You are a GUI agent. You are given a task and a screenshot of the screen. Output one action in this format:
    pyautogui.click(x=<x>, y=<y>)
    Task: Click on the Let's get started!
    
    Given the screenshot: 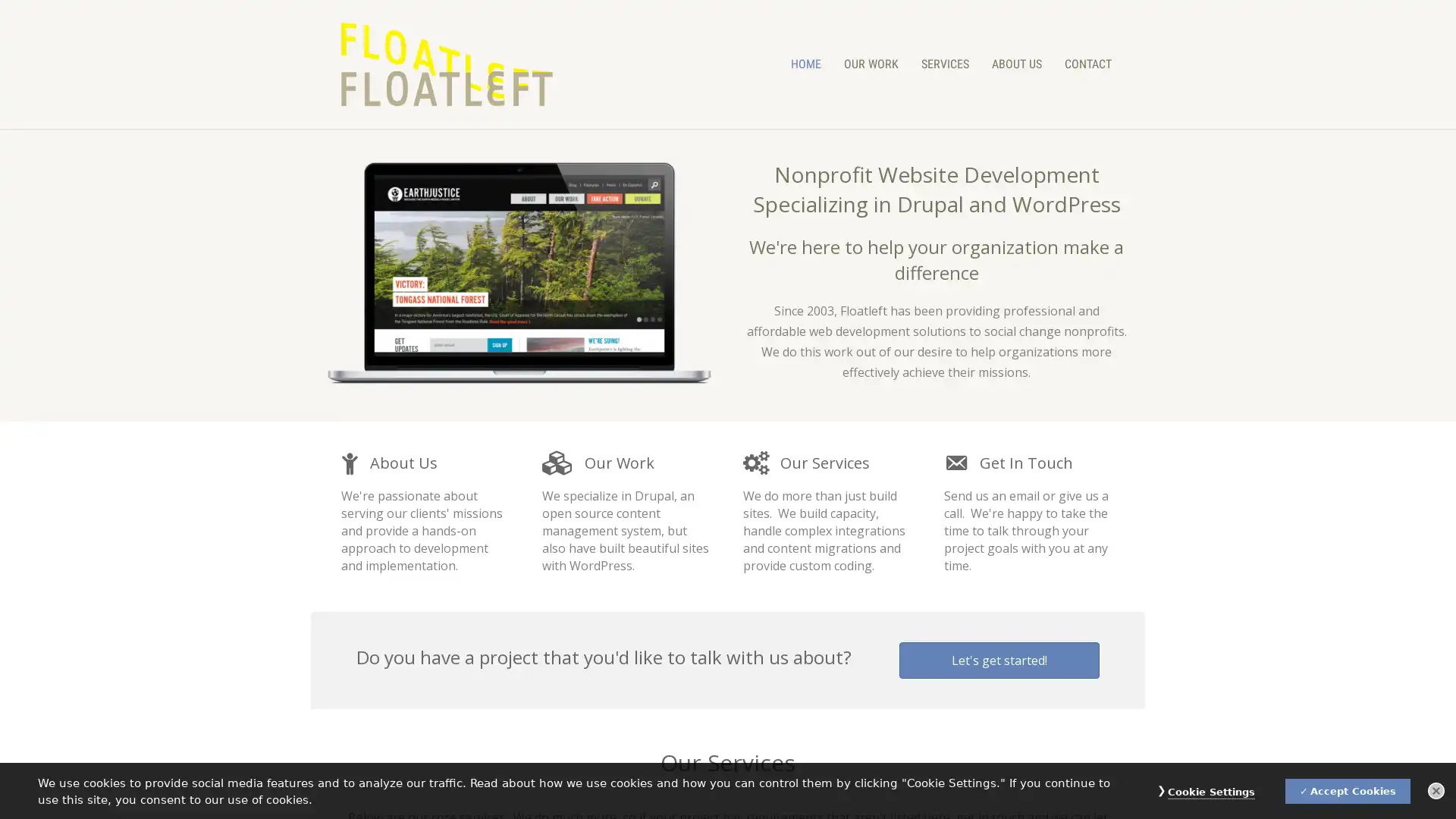 What is the action you would take?
    pyautogui.click(x=999, y=660)
    